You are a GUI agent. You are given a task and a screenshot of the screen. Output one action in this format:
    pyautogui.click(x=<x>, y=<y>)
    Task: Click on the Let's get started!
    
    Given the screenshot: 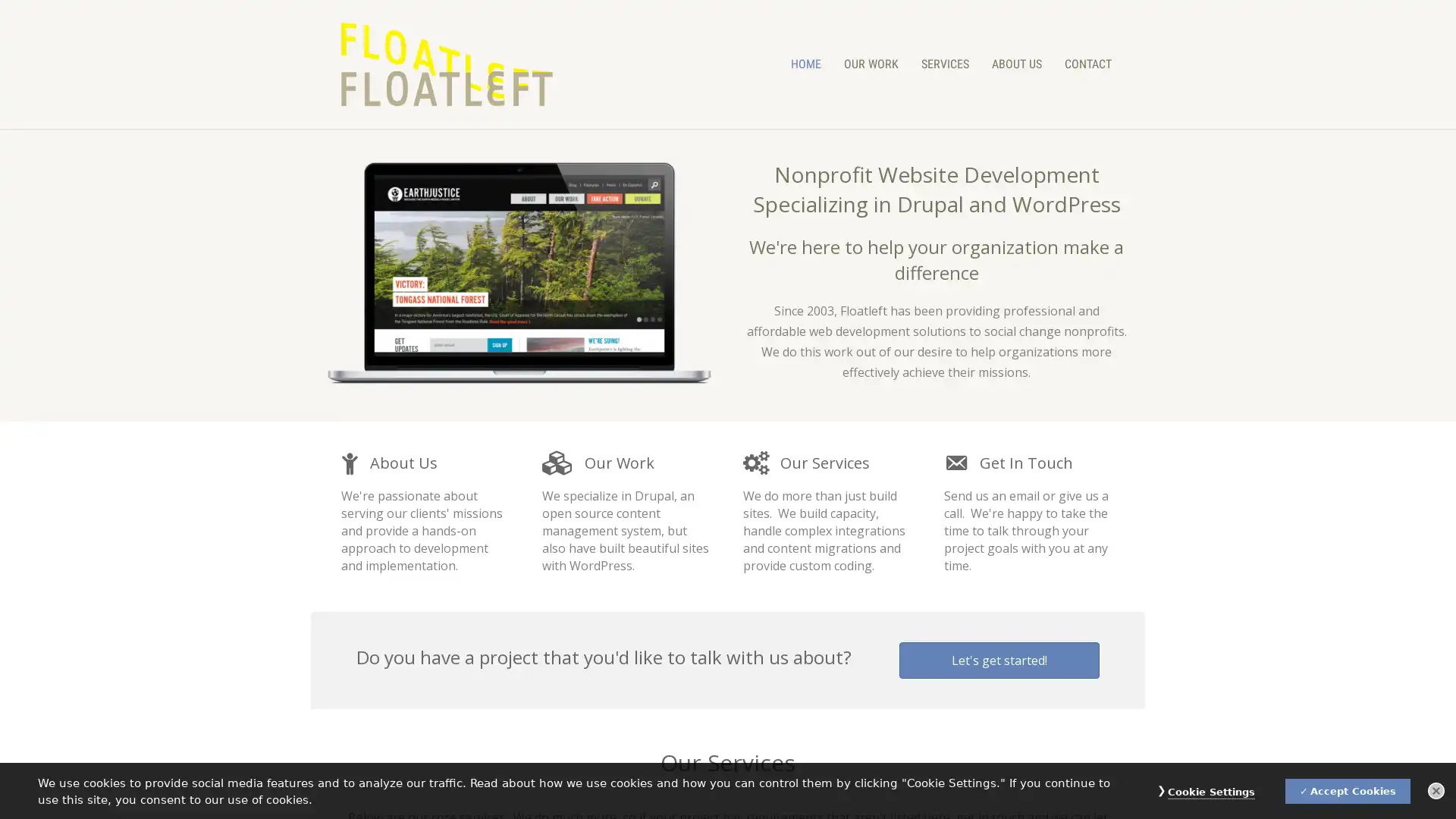 What is the action you would take?
    pyautogui.click(x=999, y=660)
    